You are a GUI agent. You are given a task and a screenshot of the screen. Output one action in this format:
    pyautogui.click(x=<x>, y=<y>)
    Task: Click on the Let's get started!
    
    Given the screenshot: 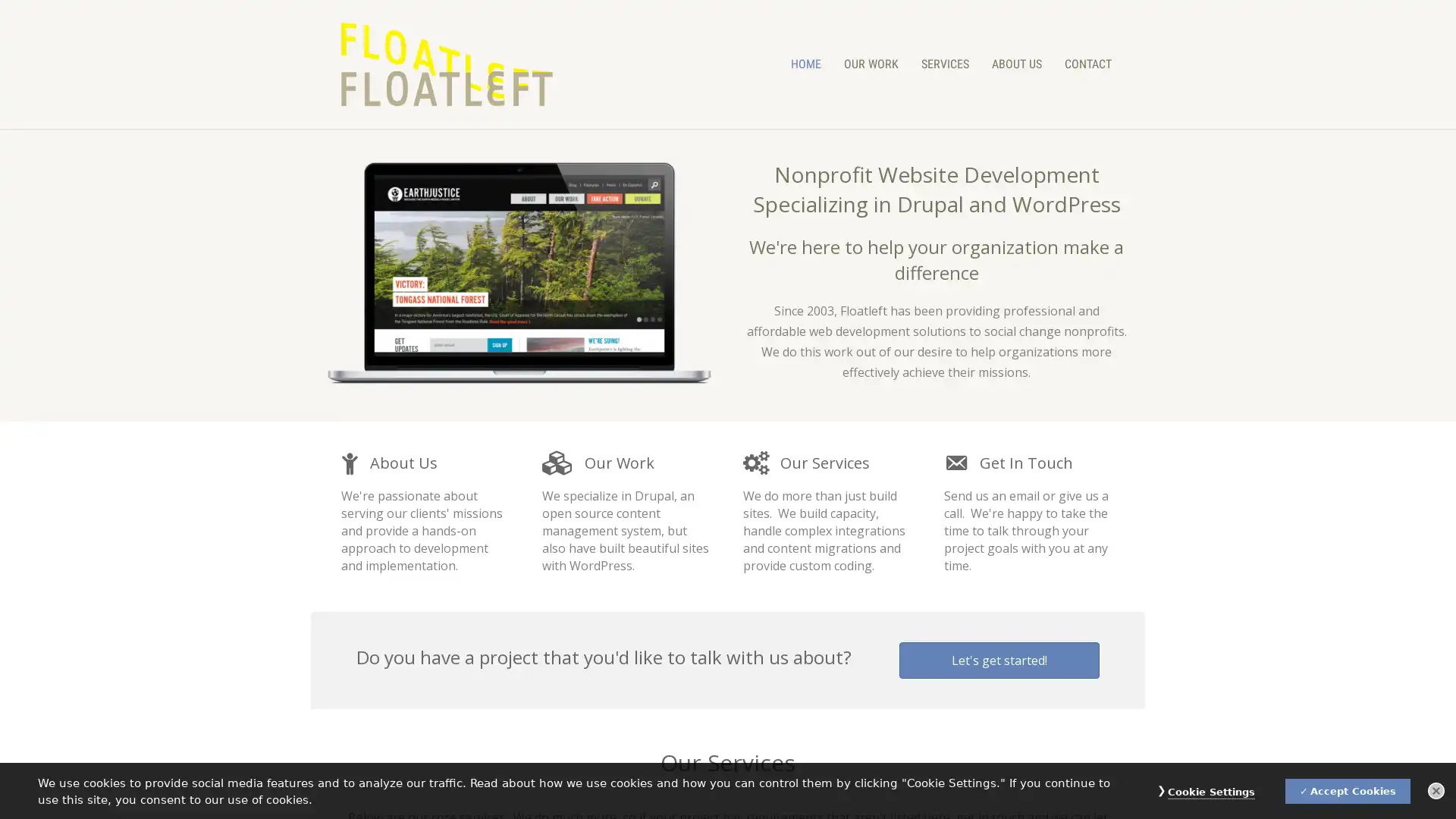 What is the action you would take?
    pyautogui.click(x=999, y=660)
    